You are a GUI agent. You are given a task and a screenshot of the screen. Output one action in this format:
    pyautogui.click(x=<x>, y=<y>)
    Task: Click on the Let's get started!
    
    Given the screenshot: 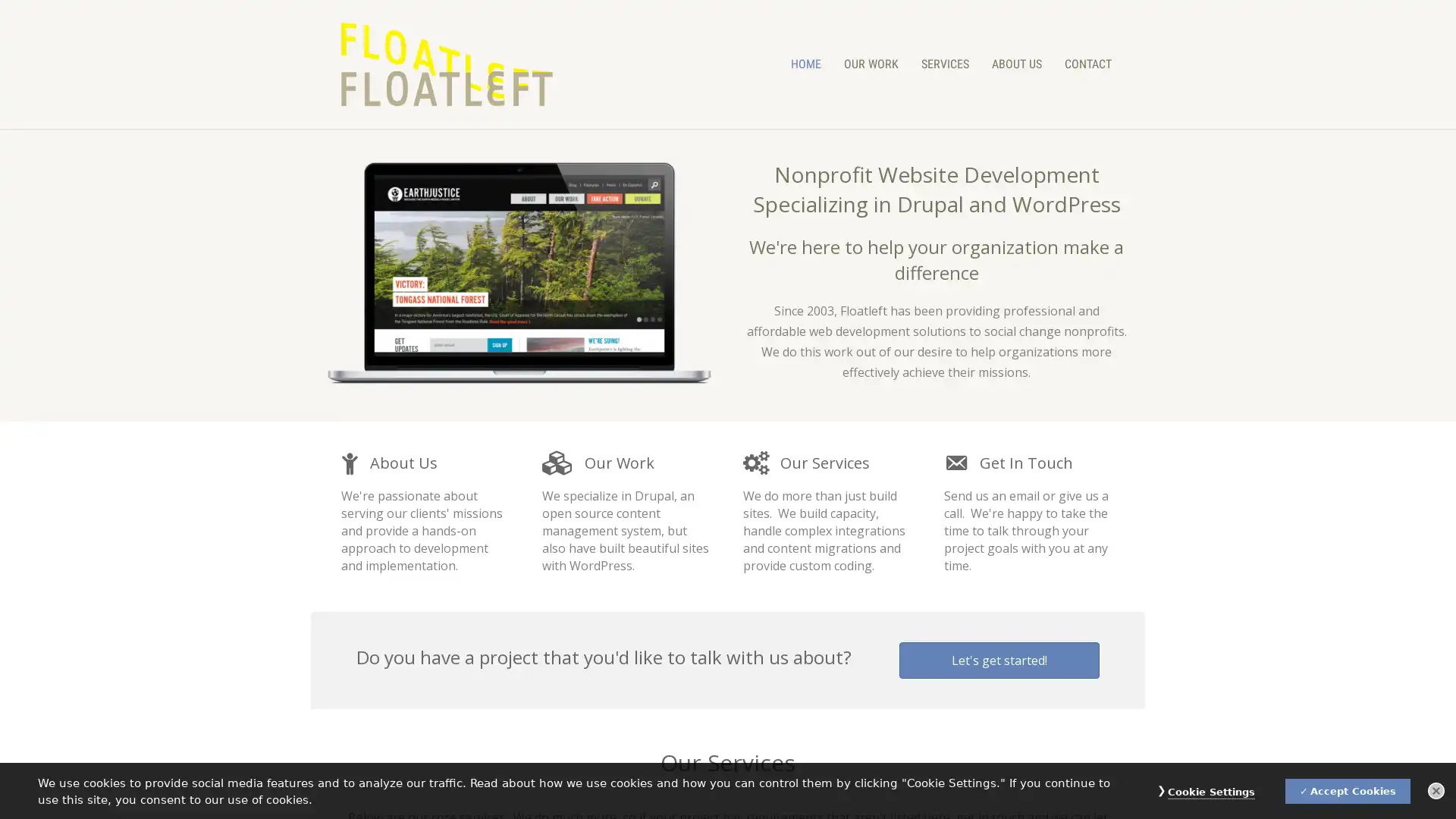 What is the action you would take?
    pyautogui.click(x=999, y=660)
    